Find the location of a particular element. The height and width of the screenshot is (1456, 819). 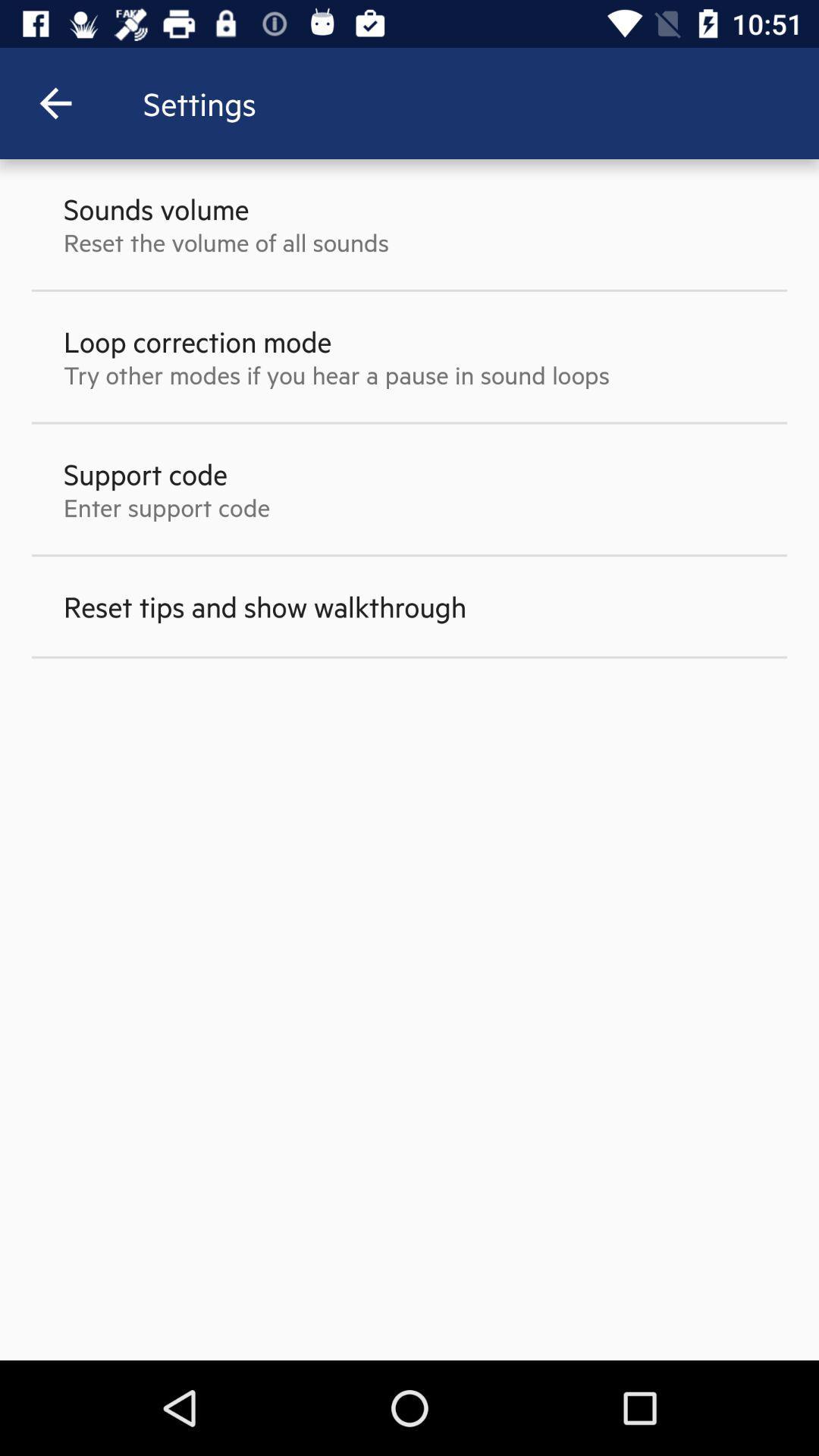

the item below reset the volume item is located at coordinates (196, 340).